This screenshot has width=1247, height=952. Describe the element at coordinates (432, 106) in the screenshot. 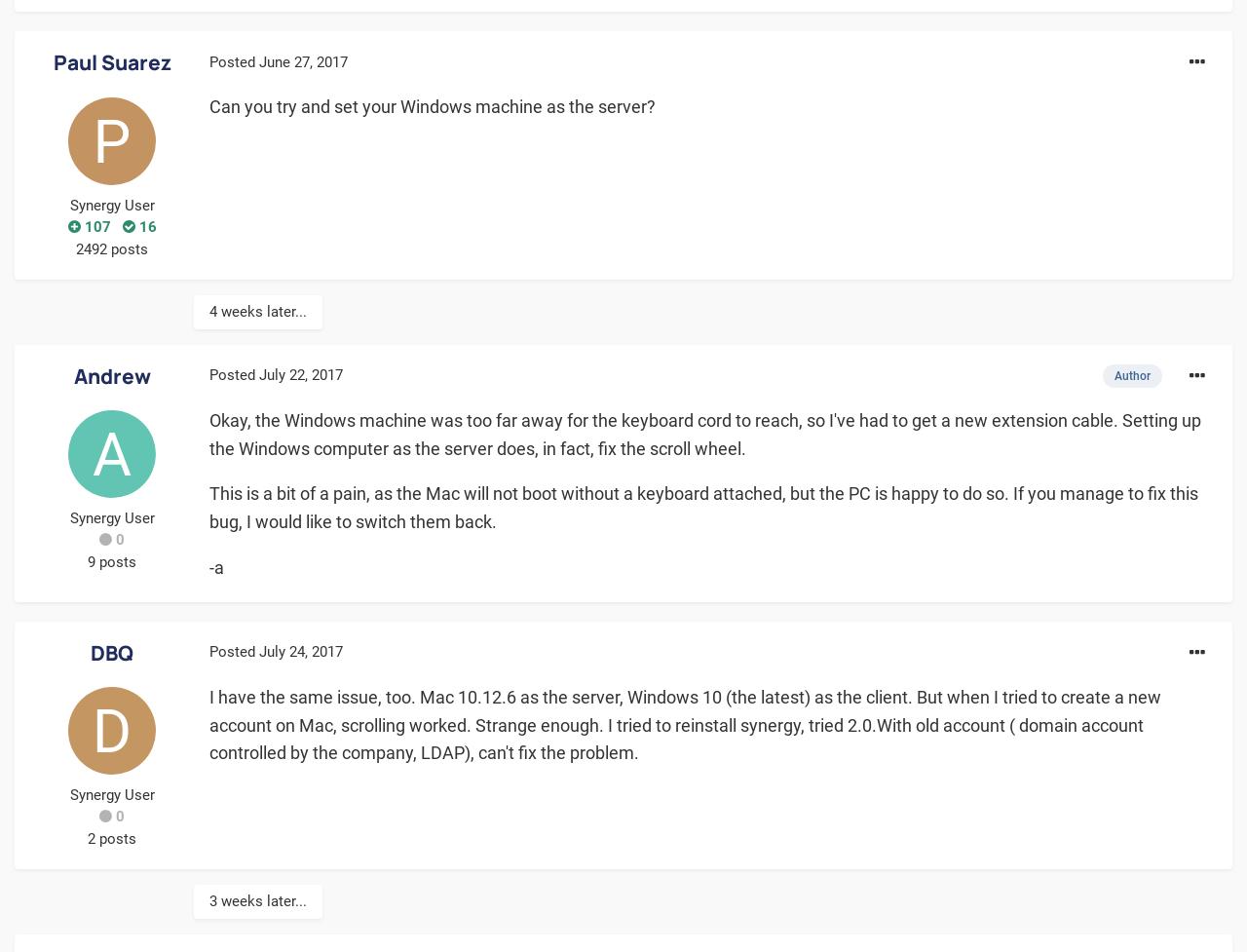

I see `'Can you try and set your Windows machine as the server?'` at that location.